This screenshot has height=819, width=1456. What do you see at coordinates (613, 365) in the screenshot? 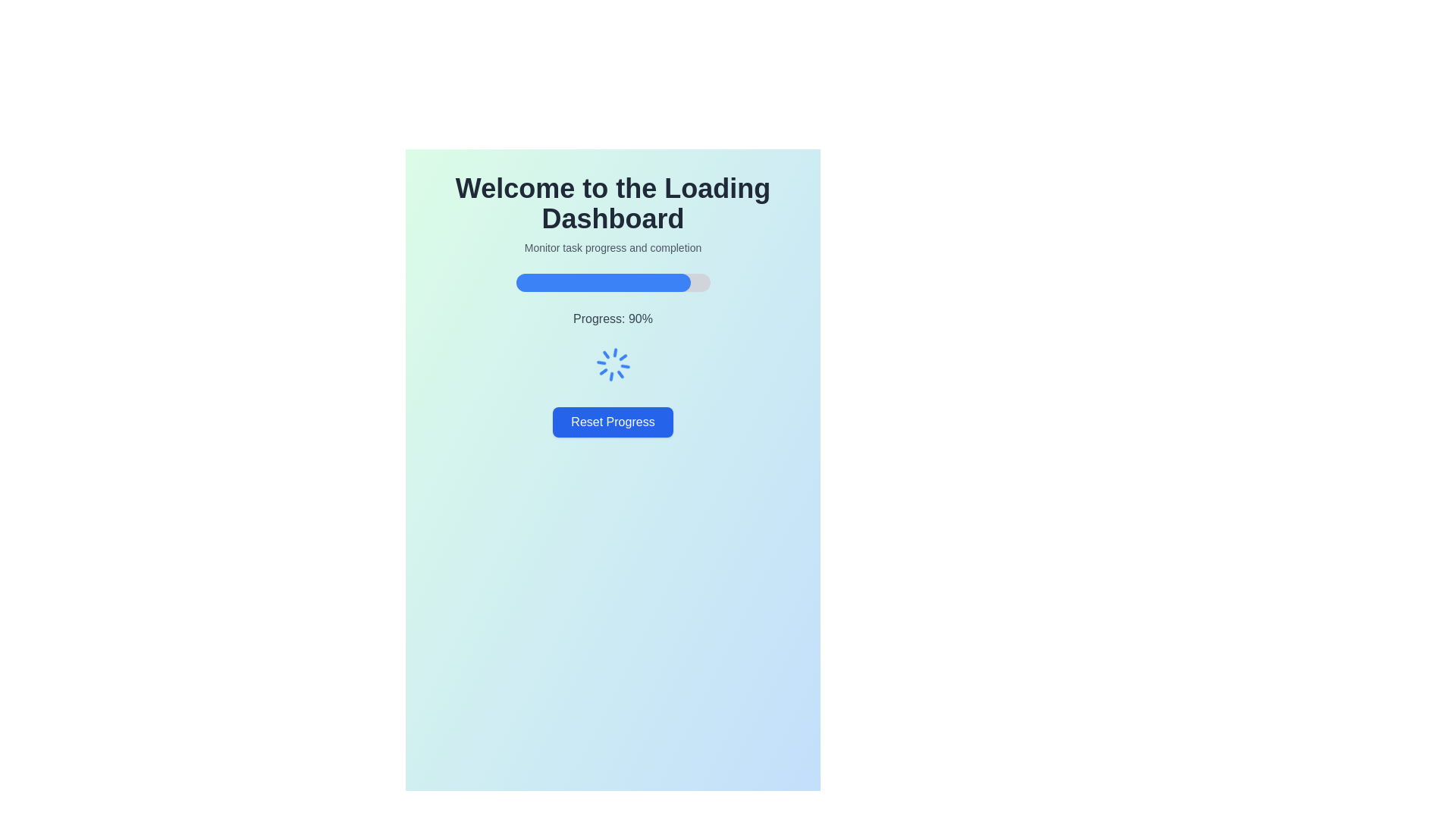
I see `the Loading Spinner element, which is a circular blue loading indicator located beneath the 'Progress: 90%' text and above the 'Reset Progress' button` at bounding box center [613, 365].